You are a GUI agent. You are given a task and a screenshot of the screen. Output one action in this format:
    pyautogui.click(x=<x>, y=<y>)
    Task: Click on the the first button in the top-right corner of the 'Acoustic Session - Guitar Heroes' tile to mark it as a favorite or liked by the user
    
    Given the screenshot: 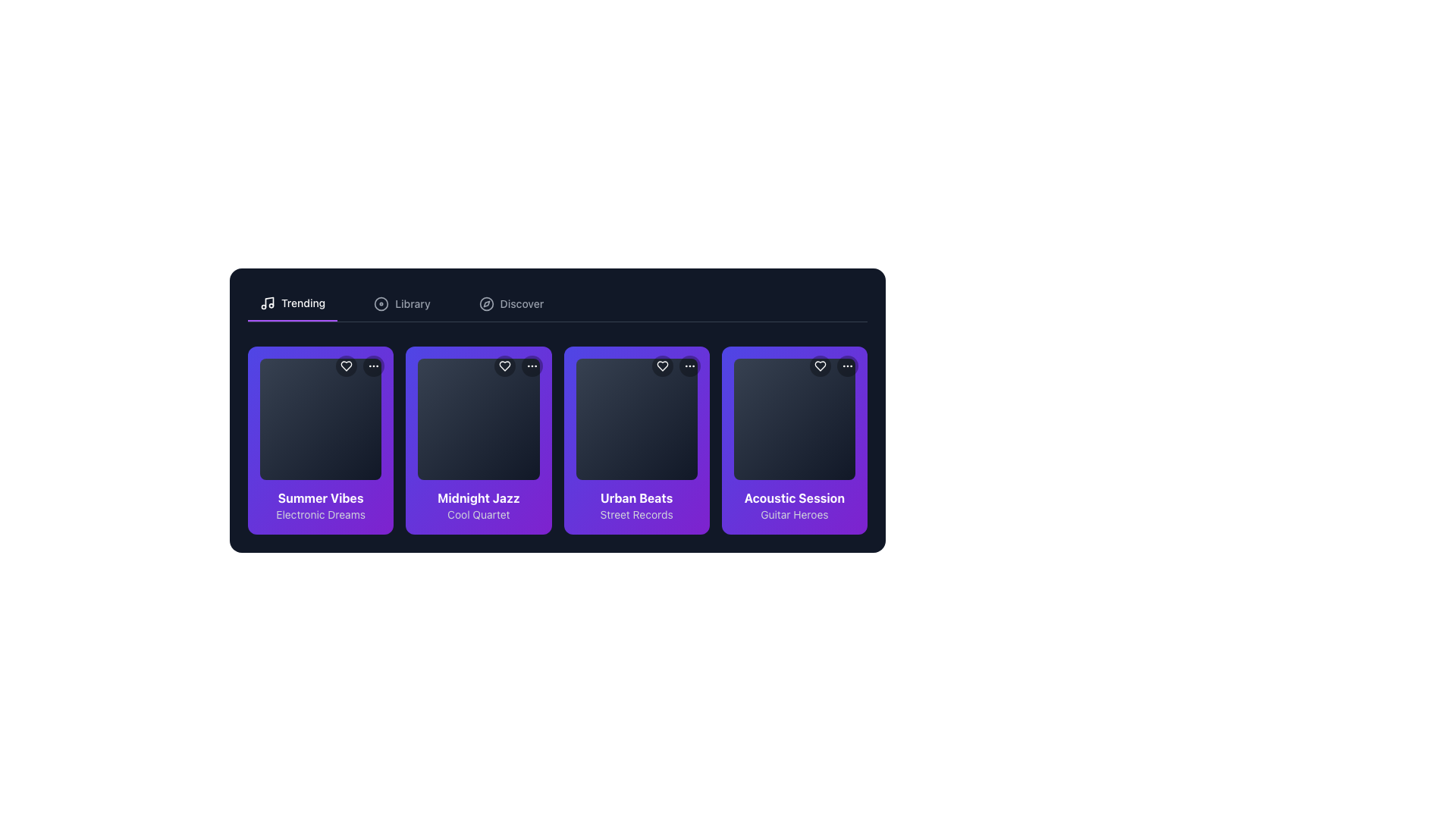 What is the action you would take?
    pyautogui.click(x=819, y=366)
    